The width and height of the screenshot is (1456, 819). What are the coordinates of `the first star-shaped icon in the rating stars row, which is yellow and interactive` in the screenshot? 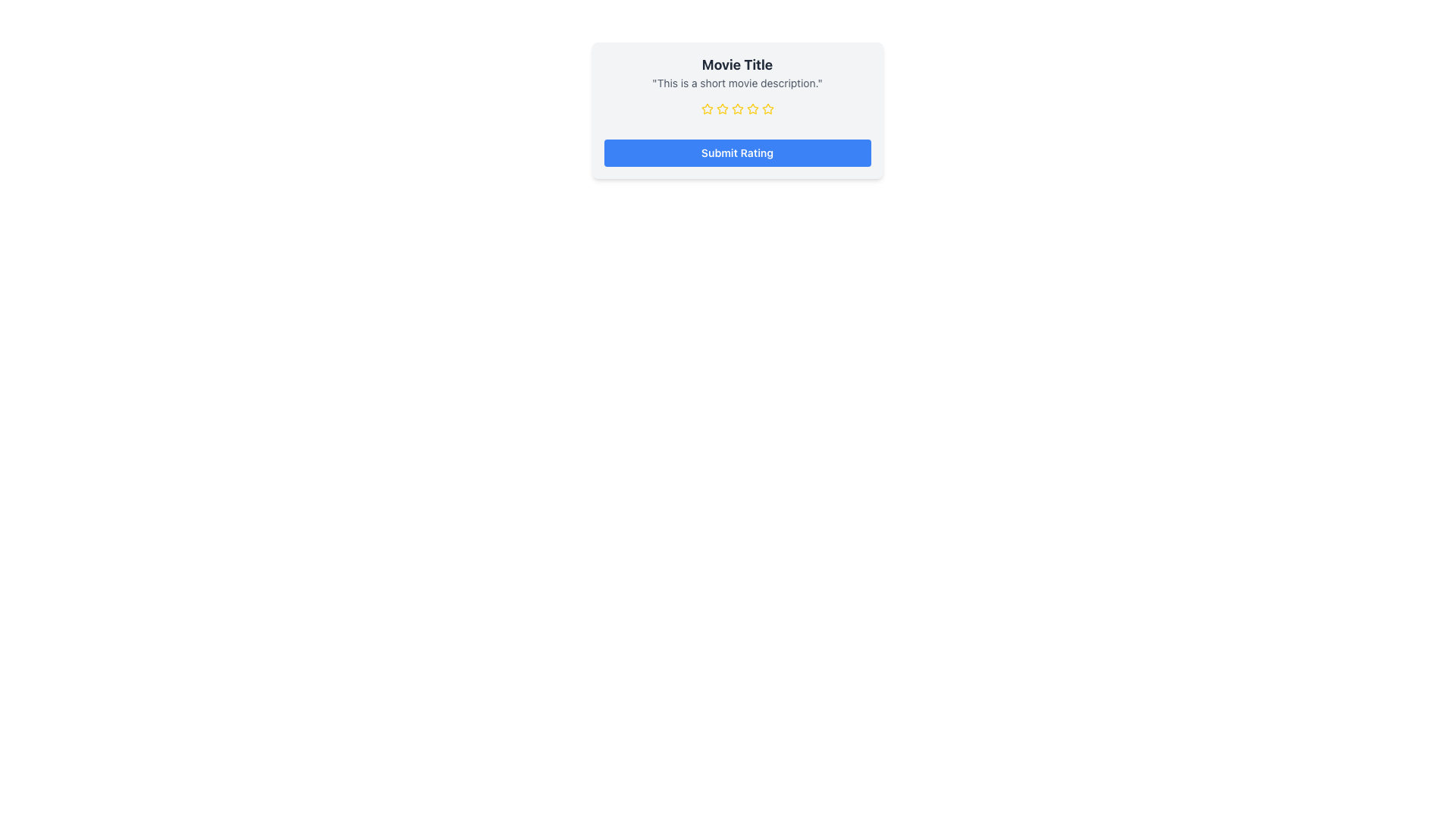 It's located at (706, 108).